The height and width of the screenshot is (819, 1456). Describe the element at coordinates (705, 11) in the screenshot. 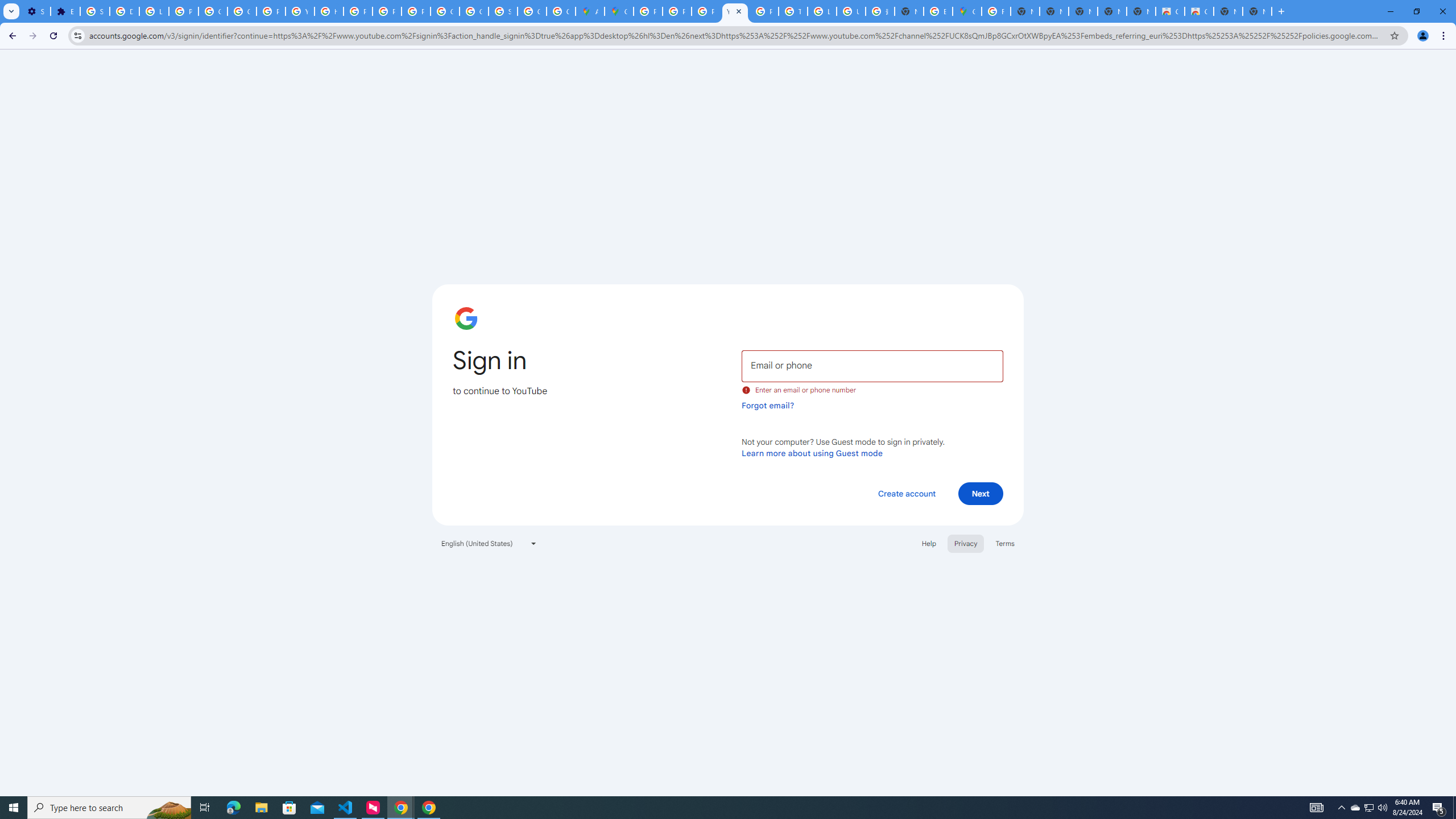

I see `'Privacy Help Center - Policies Help'` at that location.